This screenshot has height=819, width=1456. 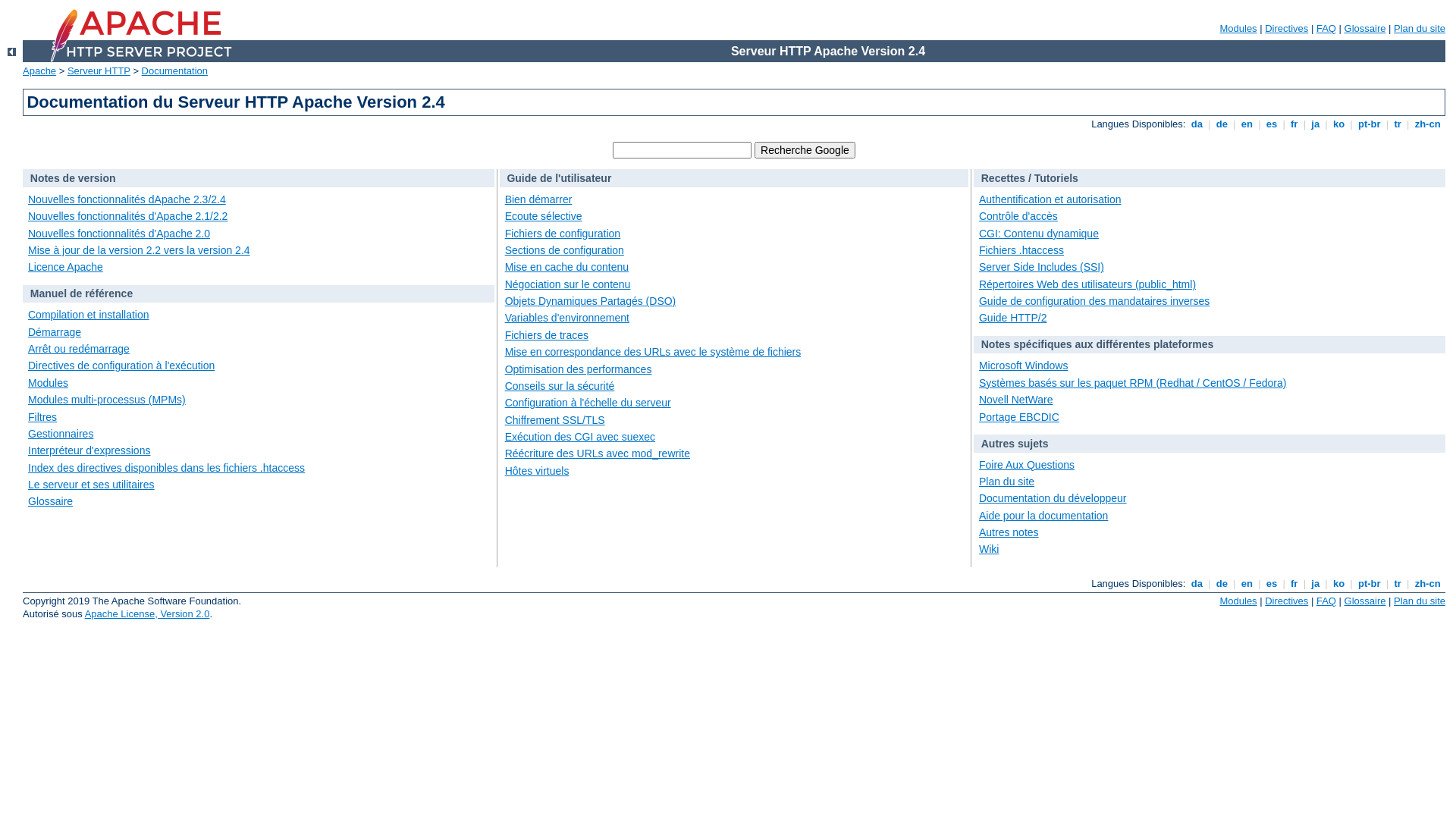 I want to click on 'Licence Apache', so click(x=64, y=265).